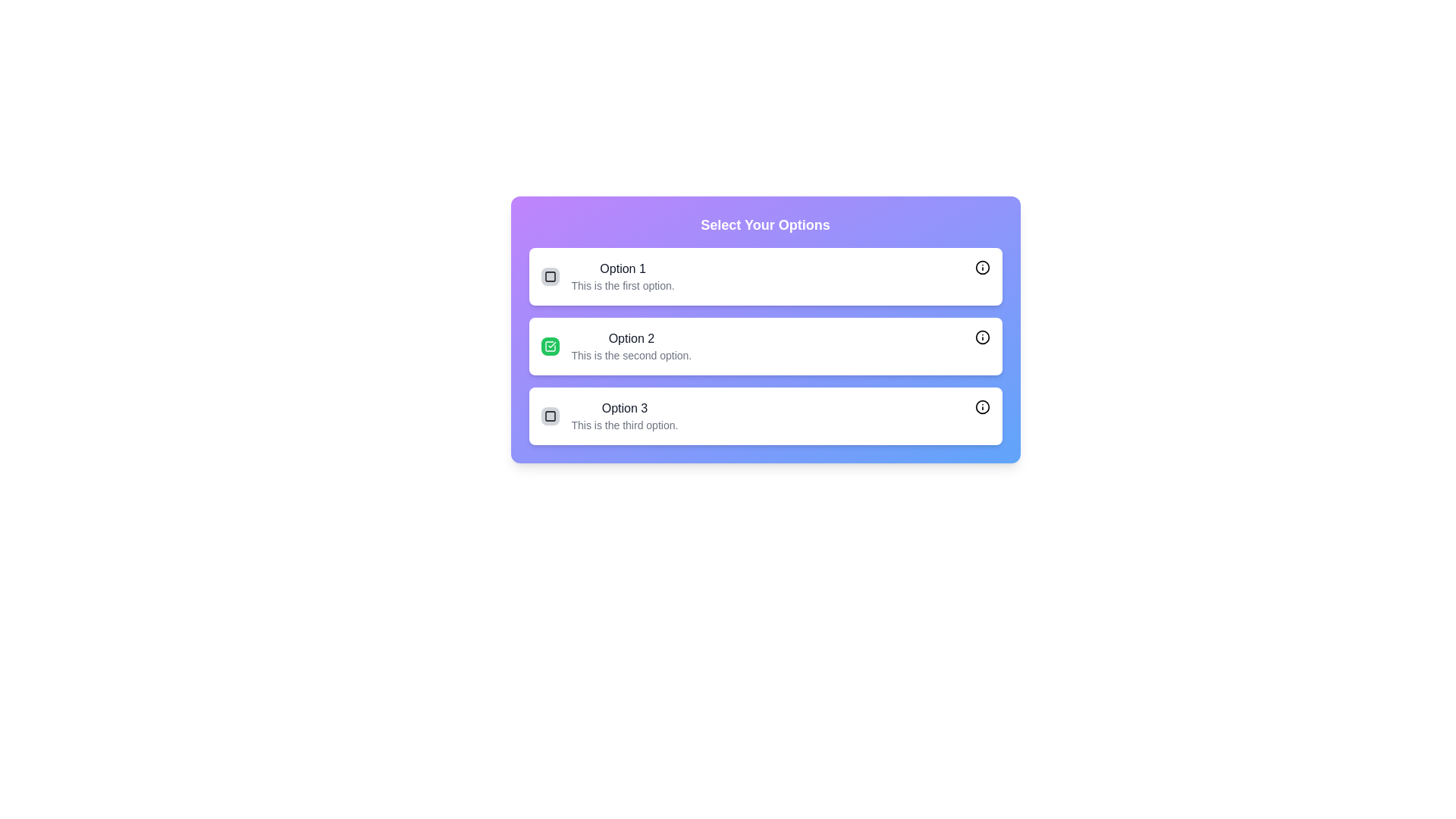 Image resolution: width=1456 pixels, height=819 pixels. I want to click on the descriptive text that says 'This is the third option.' located below the 'Option 3' title within the 'Select Your Options' section, so click(624, 425).